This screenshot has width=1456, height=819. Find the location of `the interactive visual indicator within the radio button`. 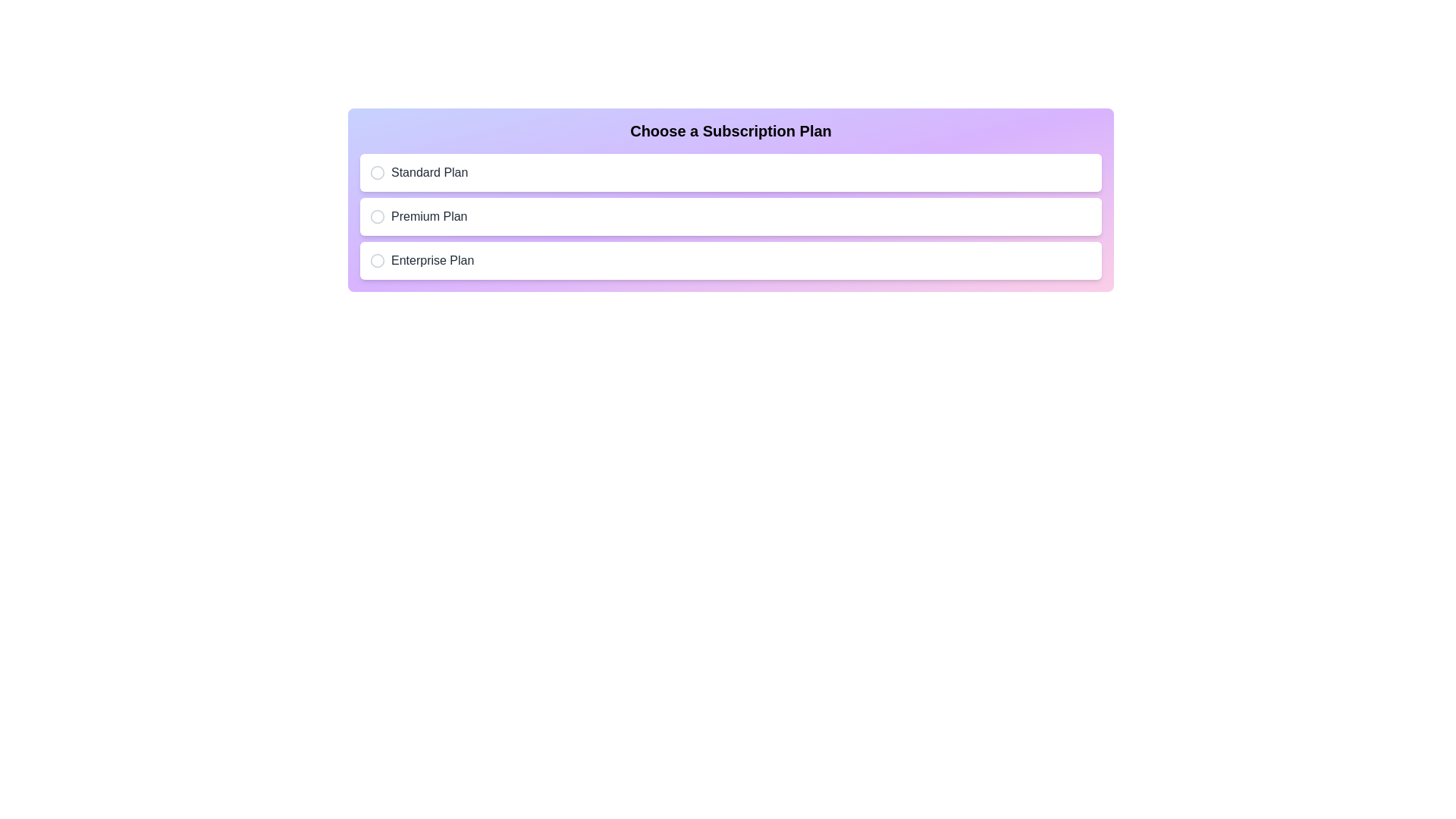

the interactive visual indicator within the radio button is located at coordinates (378, 216).